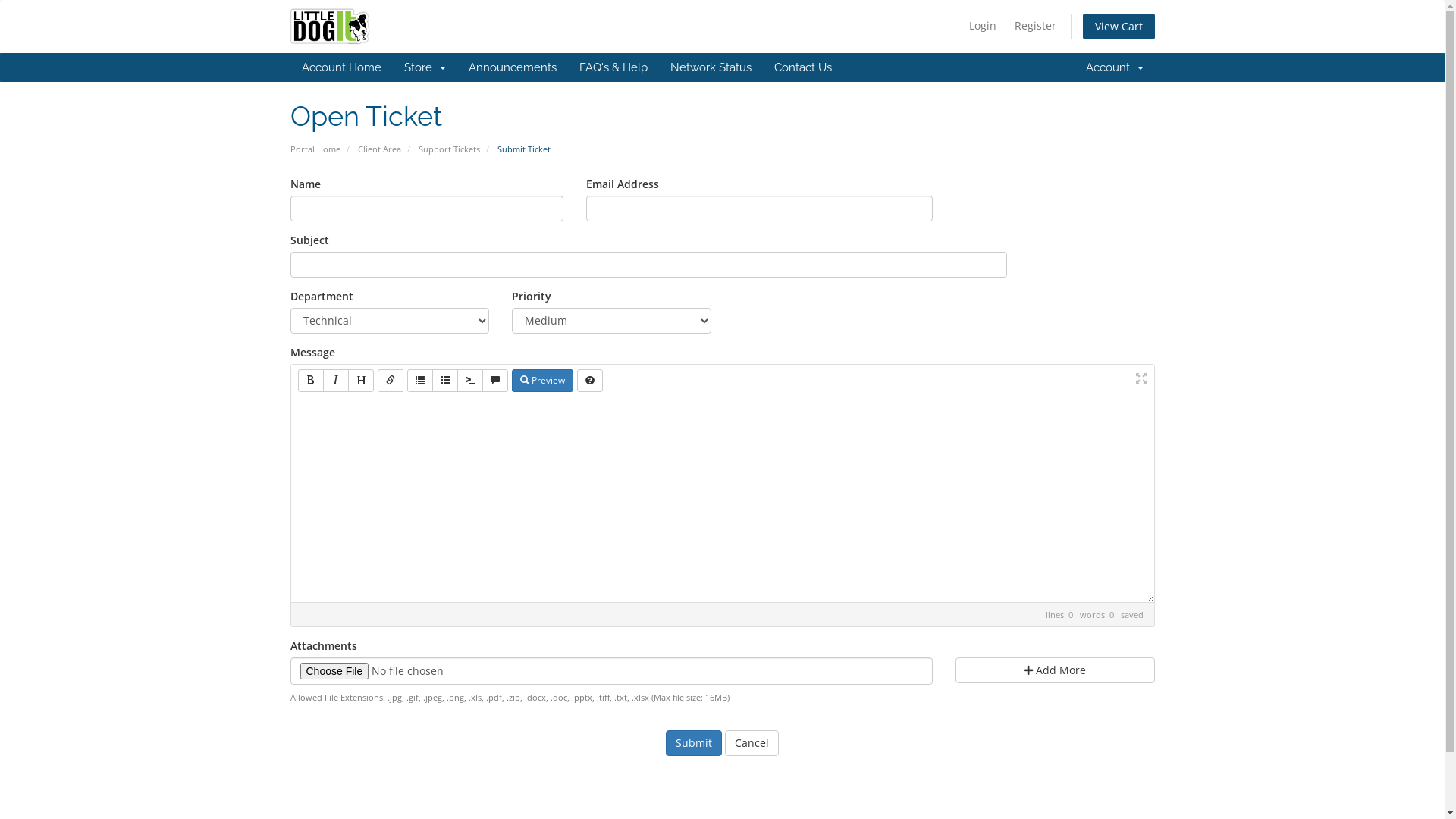  Describe the element at coordinates (1034, 26) in the screenshot. I see `'Register'` at that location.